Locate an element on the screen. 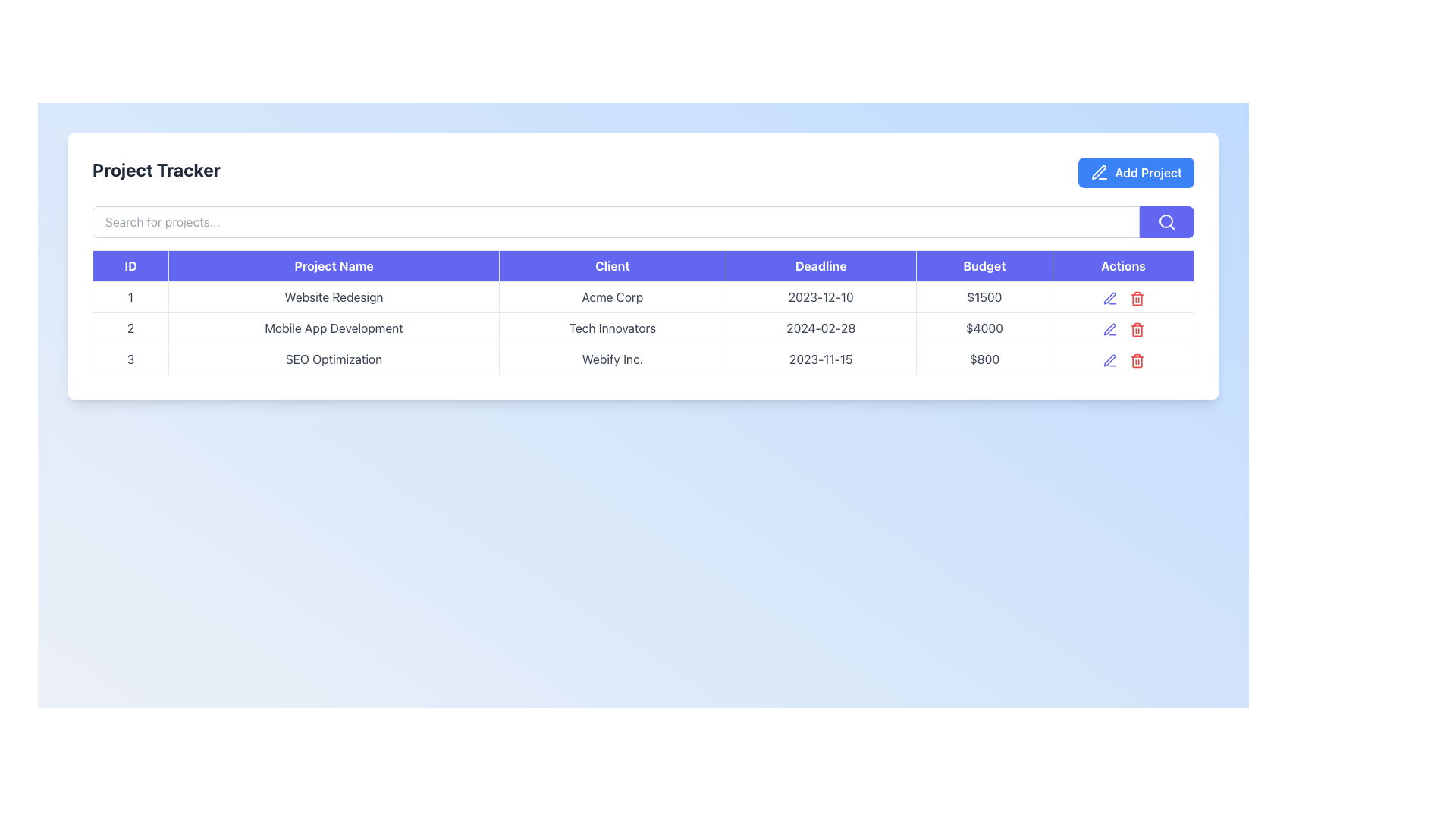 This screenshot has width=1456, height=819. the indigo edit icon button in the 'Actions' column of the first row of the table is located at coordinates (1109, 297).